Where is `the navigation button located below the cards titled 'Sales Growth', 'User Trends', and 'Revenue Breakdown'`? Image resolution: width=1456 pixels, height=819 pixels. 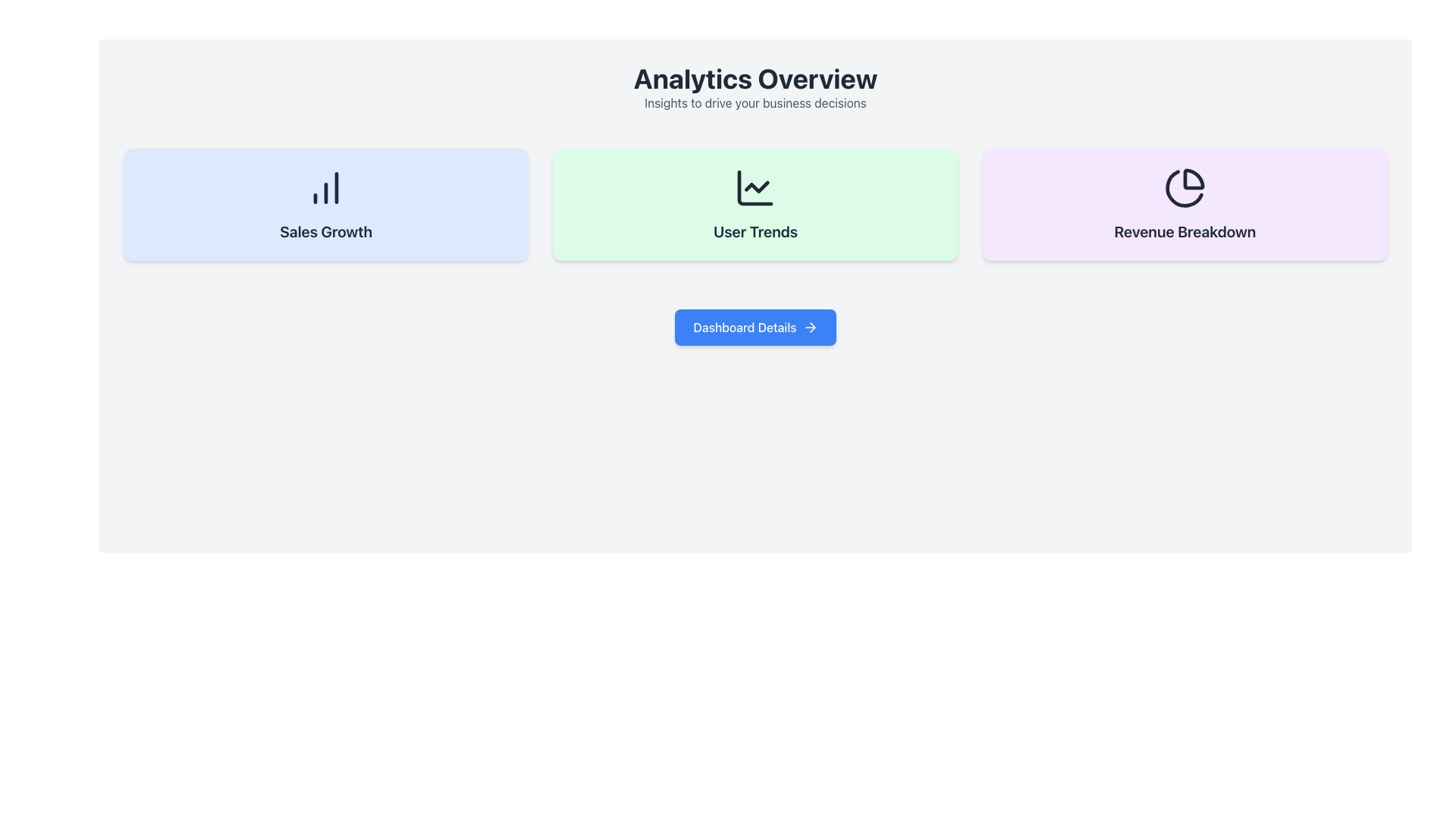
the navigation button located below the cards titled 'Sales Growth', 'User Trends', and 'Revenue Breakdown' is located at coordinates (755, 327).